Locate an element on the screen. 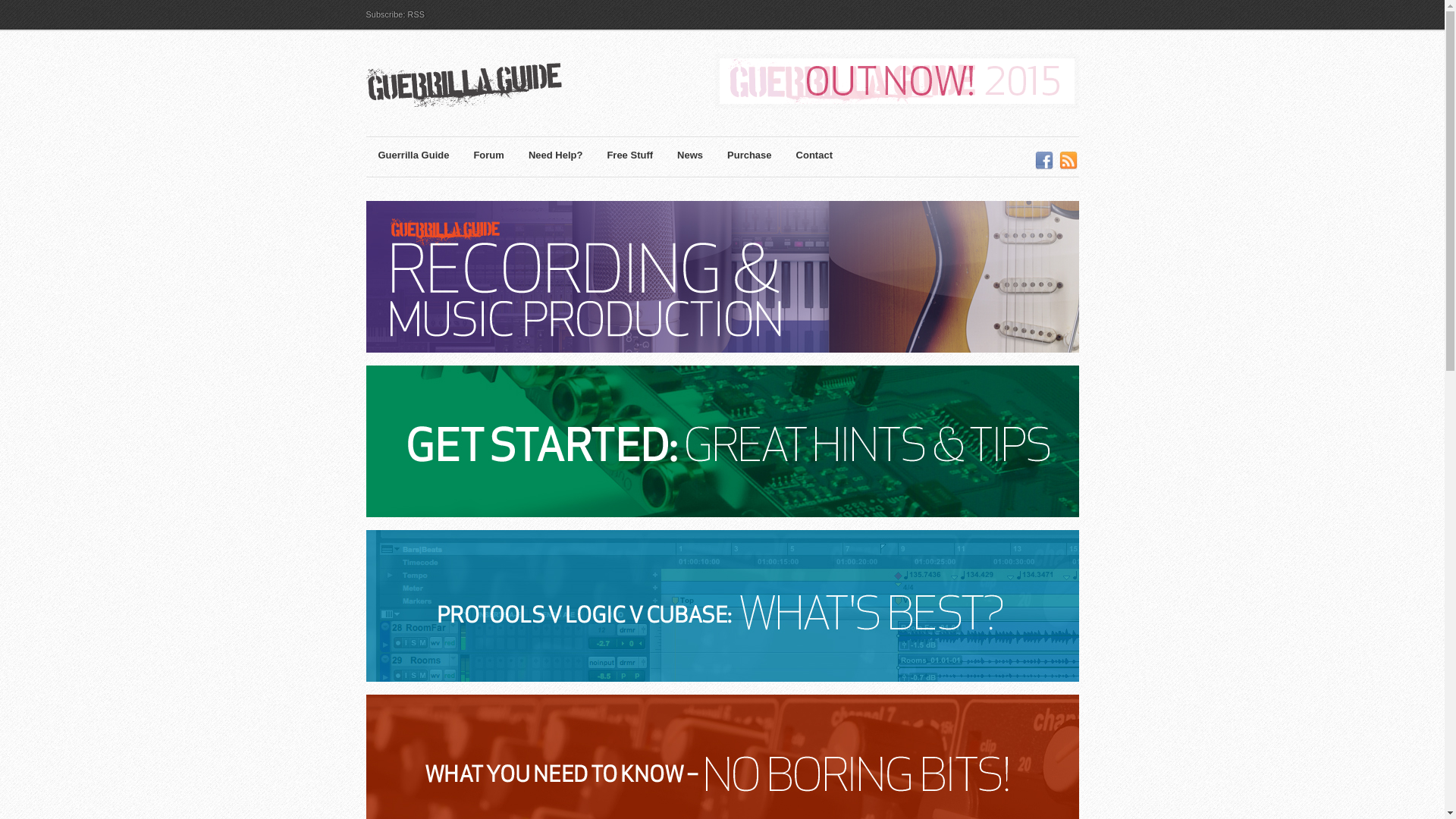 Image resolution: width=1456 pixels, height=819 pixels. 'Free Stuff' is located at coordinates (629, 157).